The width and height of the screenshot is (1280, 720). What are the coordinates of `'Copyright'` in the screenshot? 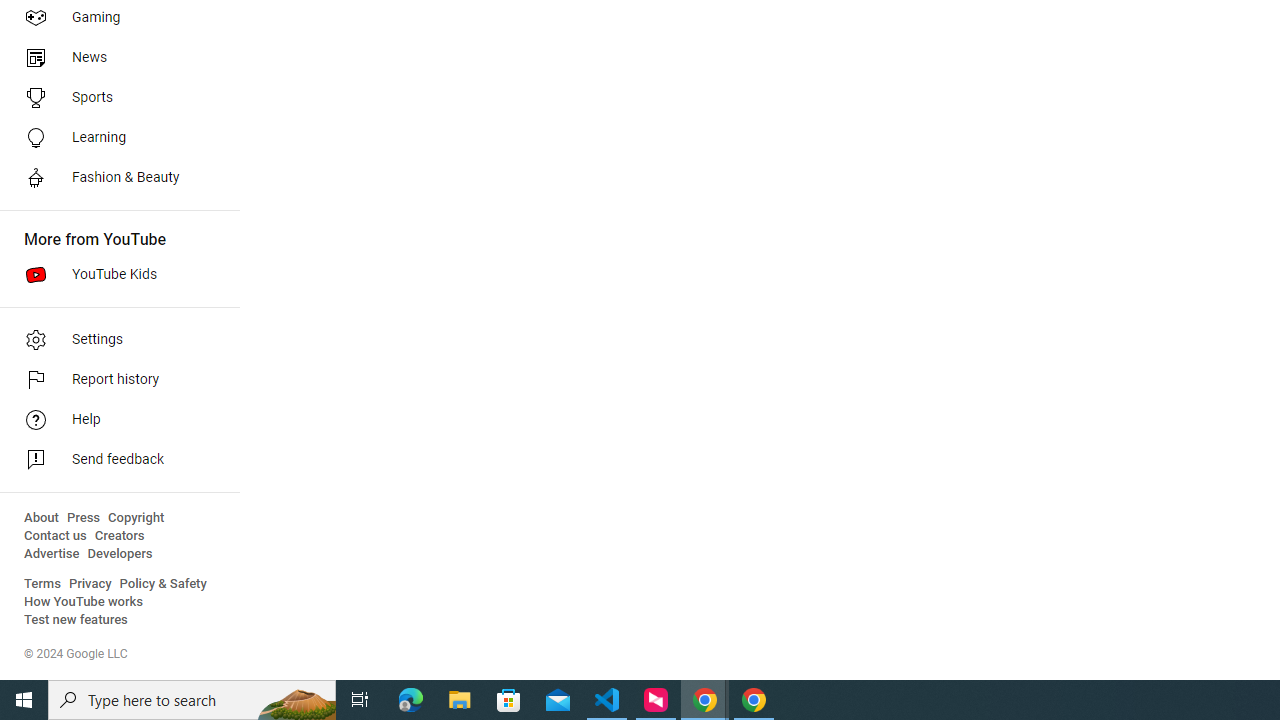 It's located at (135, 517).